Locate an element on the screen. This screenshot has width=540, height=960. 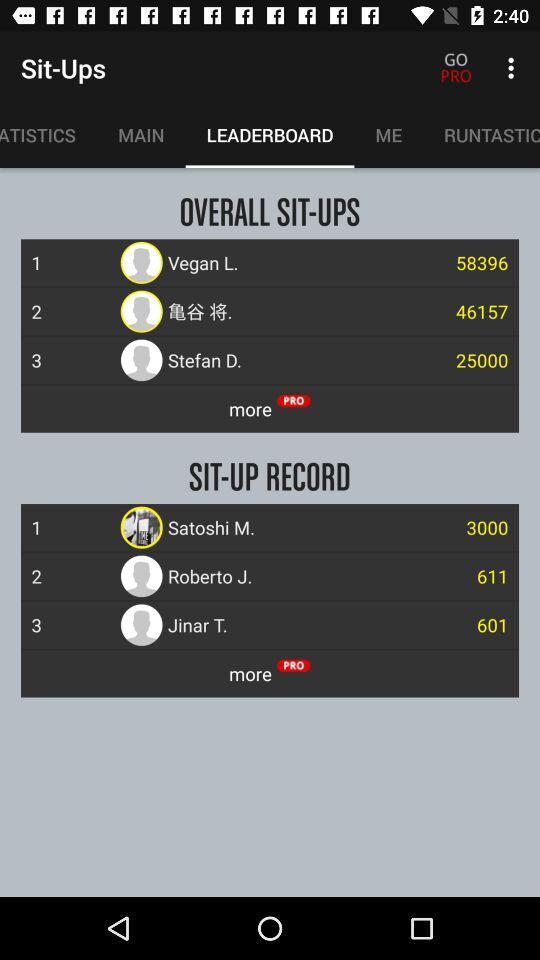
the item above the overall sit-ups is located at coordinates (140, 134).